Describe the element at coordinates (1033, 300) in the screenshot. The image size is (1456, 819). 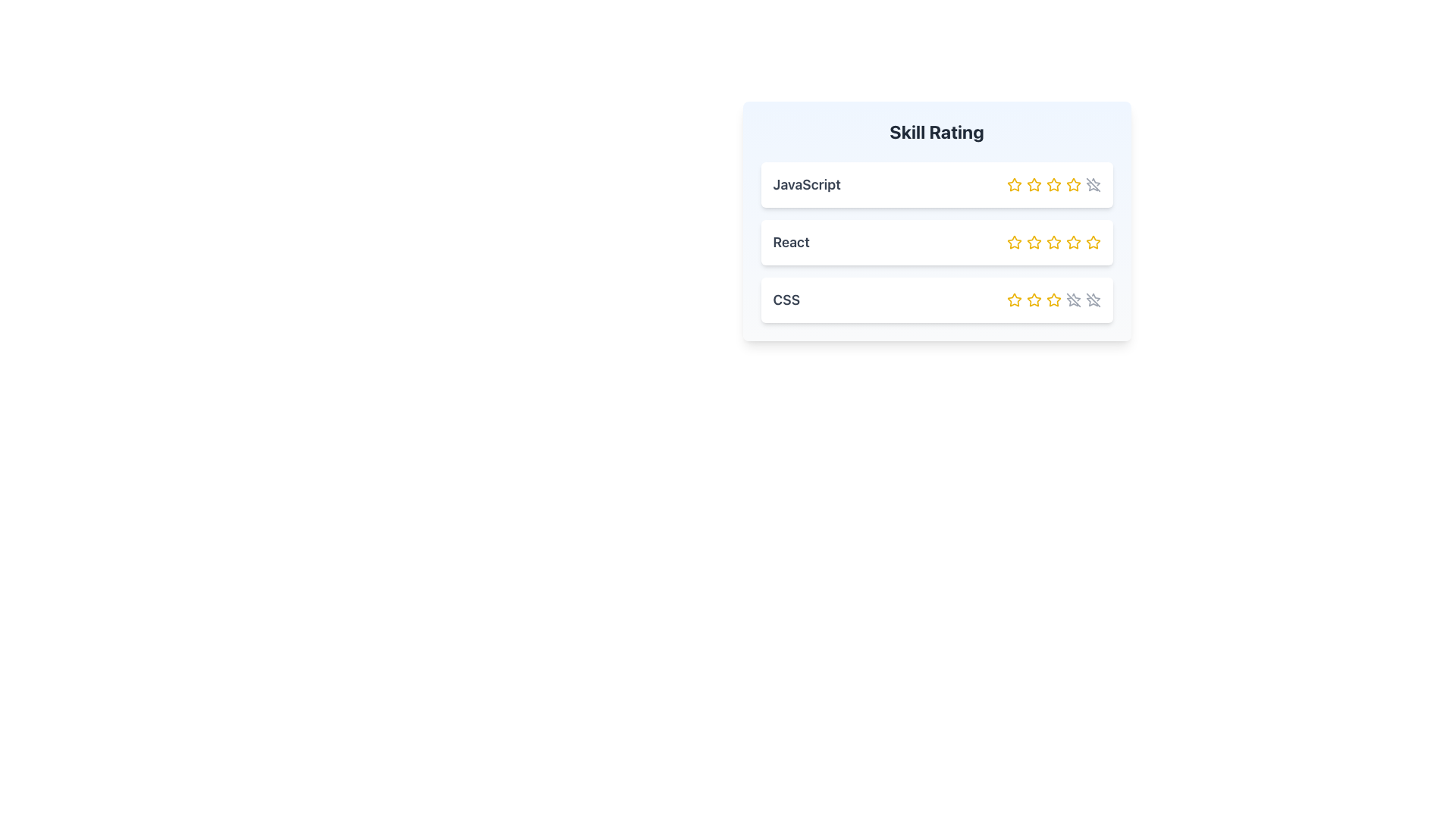
I see `the second star in the Skill Rating section to rate CSS as 2` at that location.